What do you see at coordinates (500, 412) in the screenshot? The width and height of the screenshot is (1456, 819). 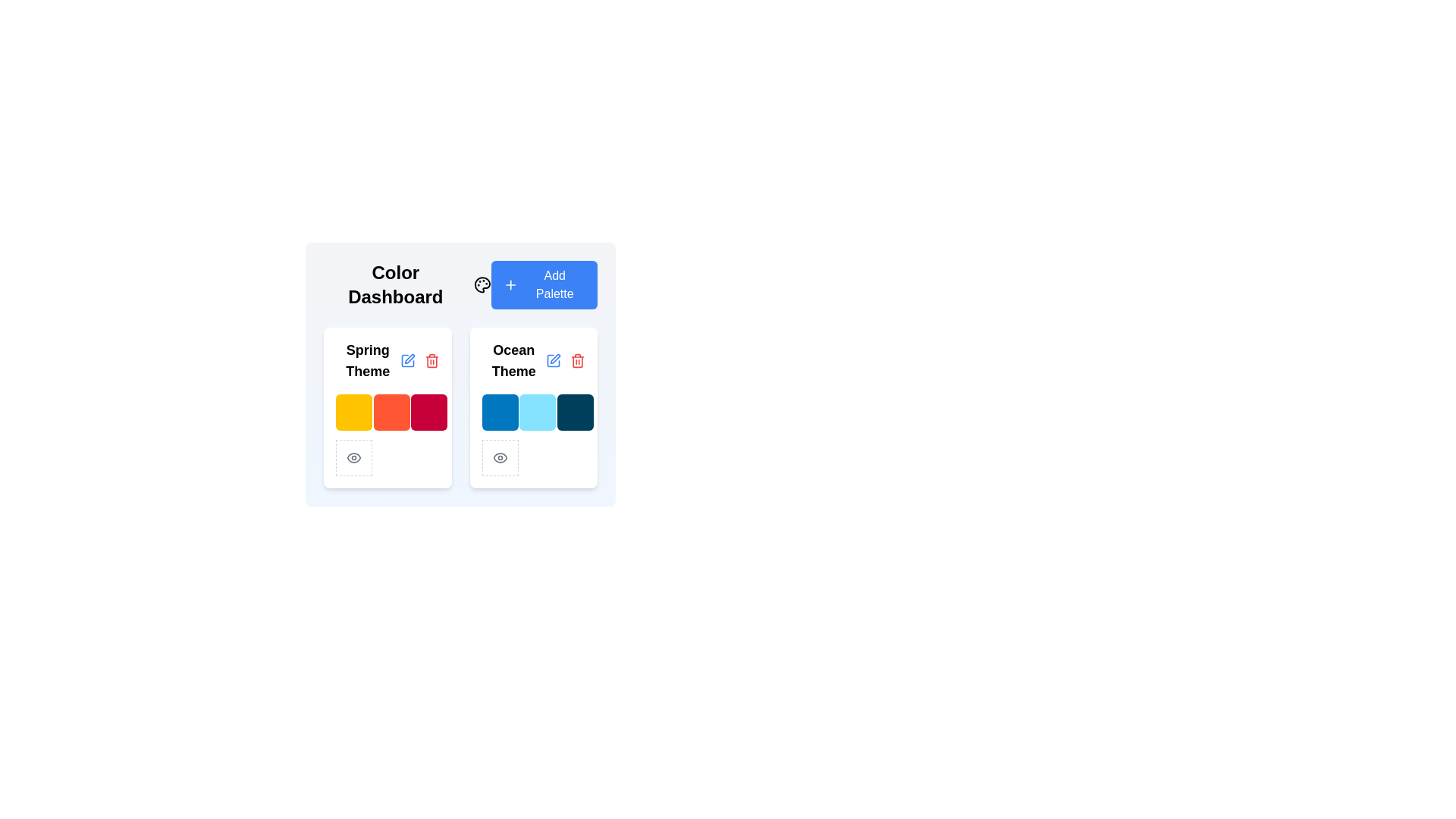 I see `the first color block in the 3x3 grid layout under the 'Ocean Theme' section` at bounding box center [500, 412].